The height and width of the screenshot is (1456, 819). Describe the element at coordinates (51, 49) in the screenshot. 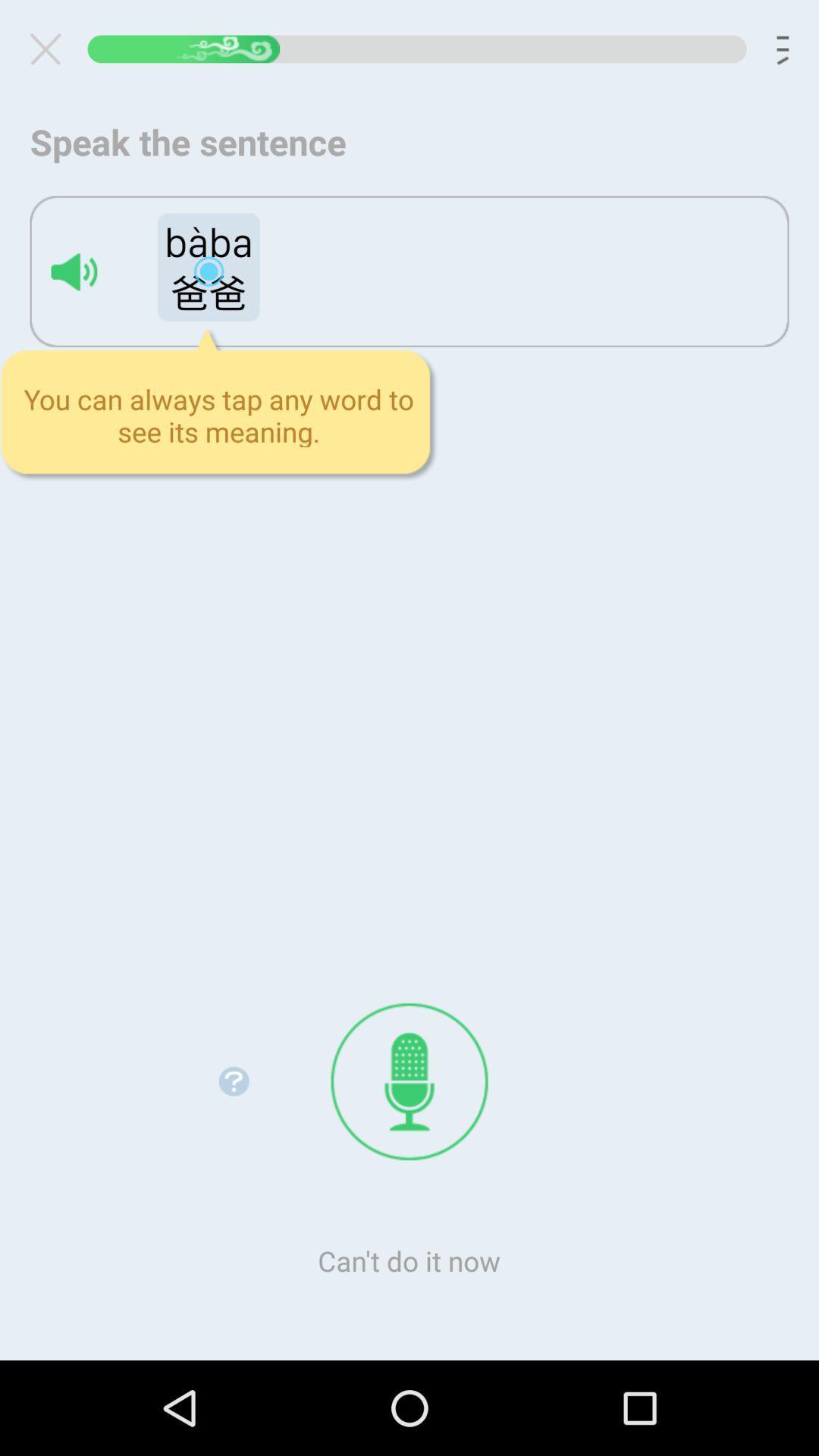

I see `closes the app` at that location.